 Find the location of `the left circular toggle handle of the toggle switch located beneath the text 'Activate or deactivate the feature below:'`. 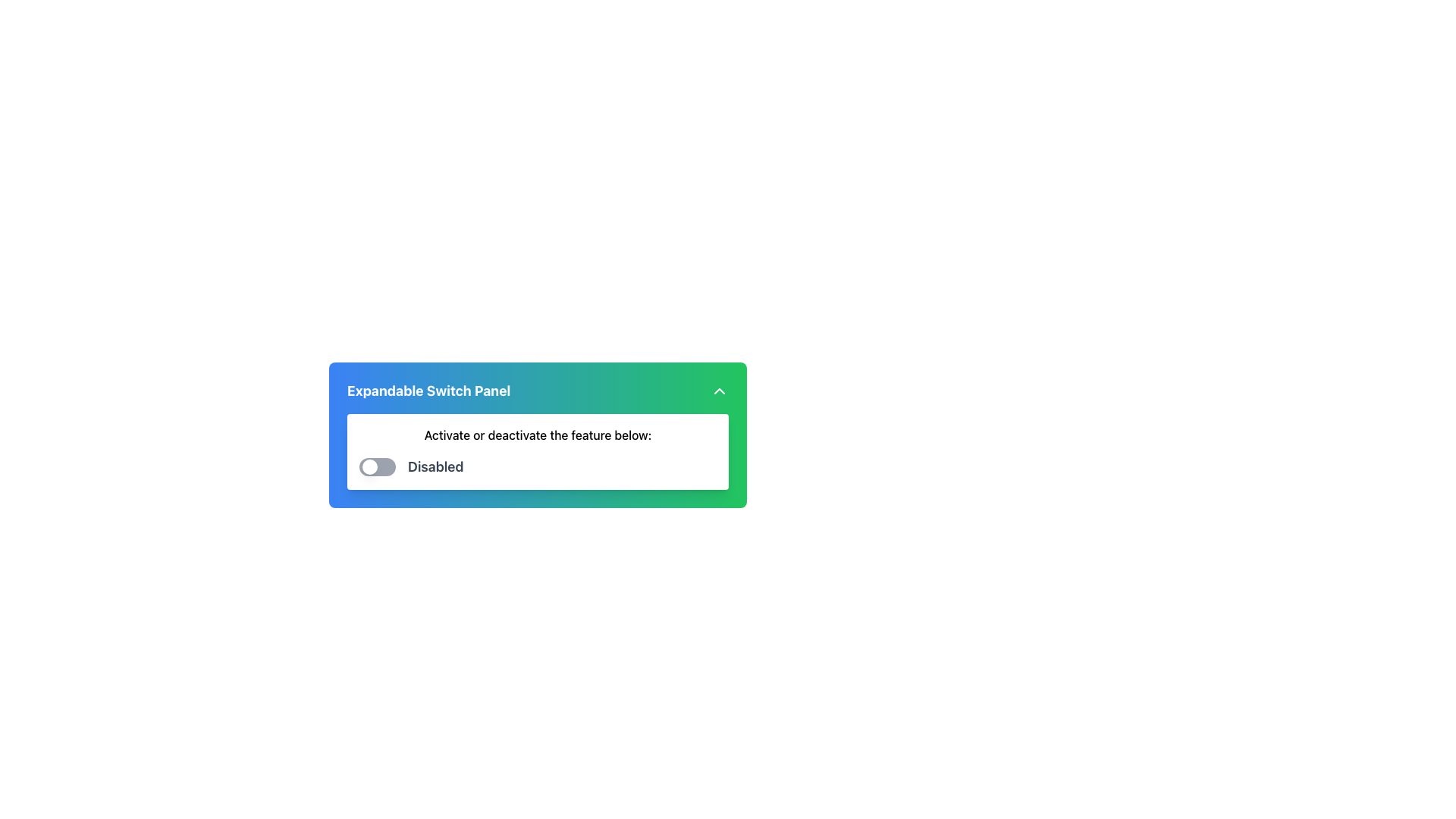

the left circular toggle handle of the toggle switch located beneath the text 'Activate or deactivate the feature below:' is located at coordinates (370, 466).